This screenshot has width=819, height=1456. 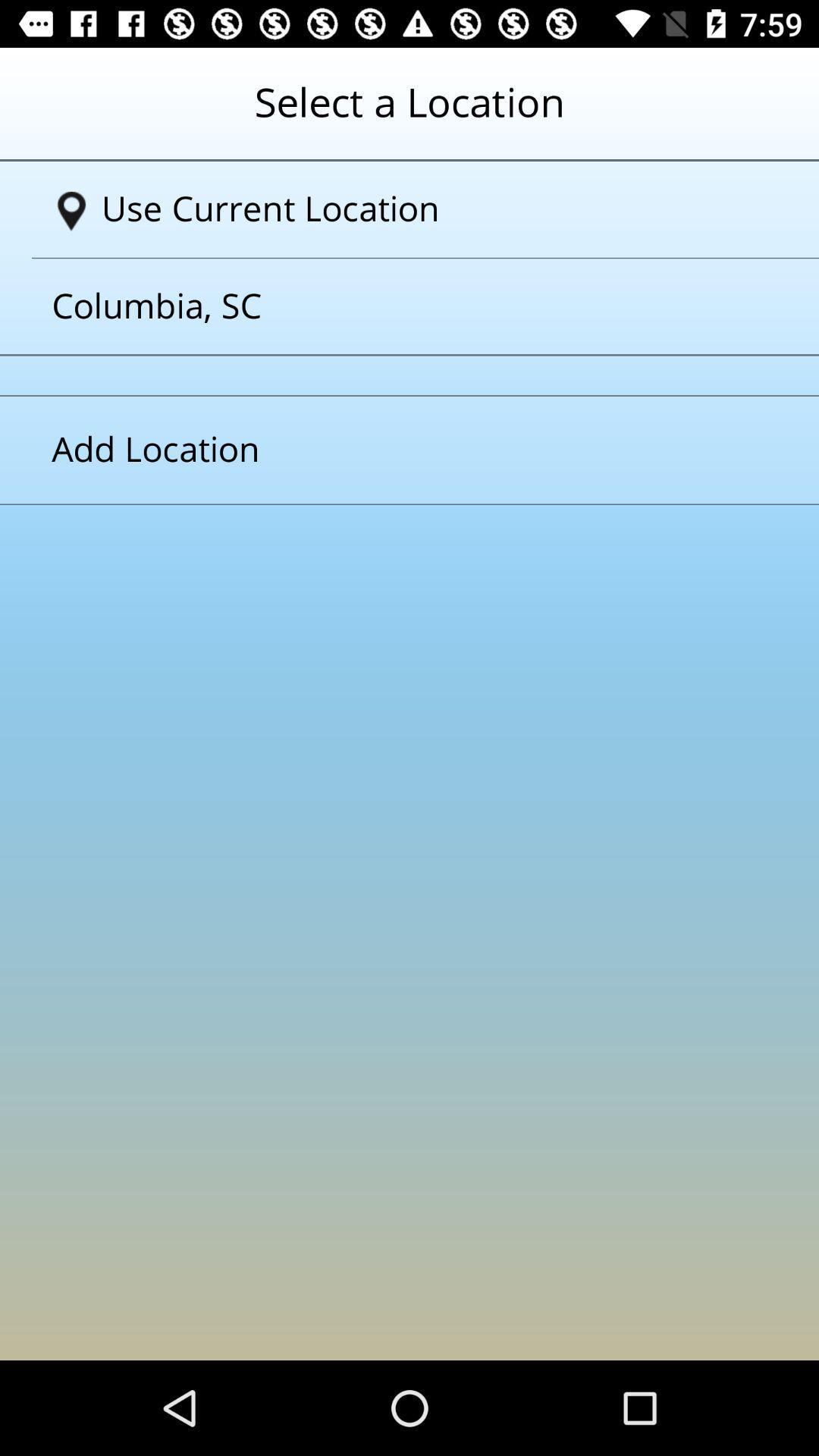 I want to click on columbiasc which is below the text use current location, so click(x=390, y=306).